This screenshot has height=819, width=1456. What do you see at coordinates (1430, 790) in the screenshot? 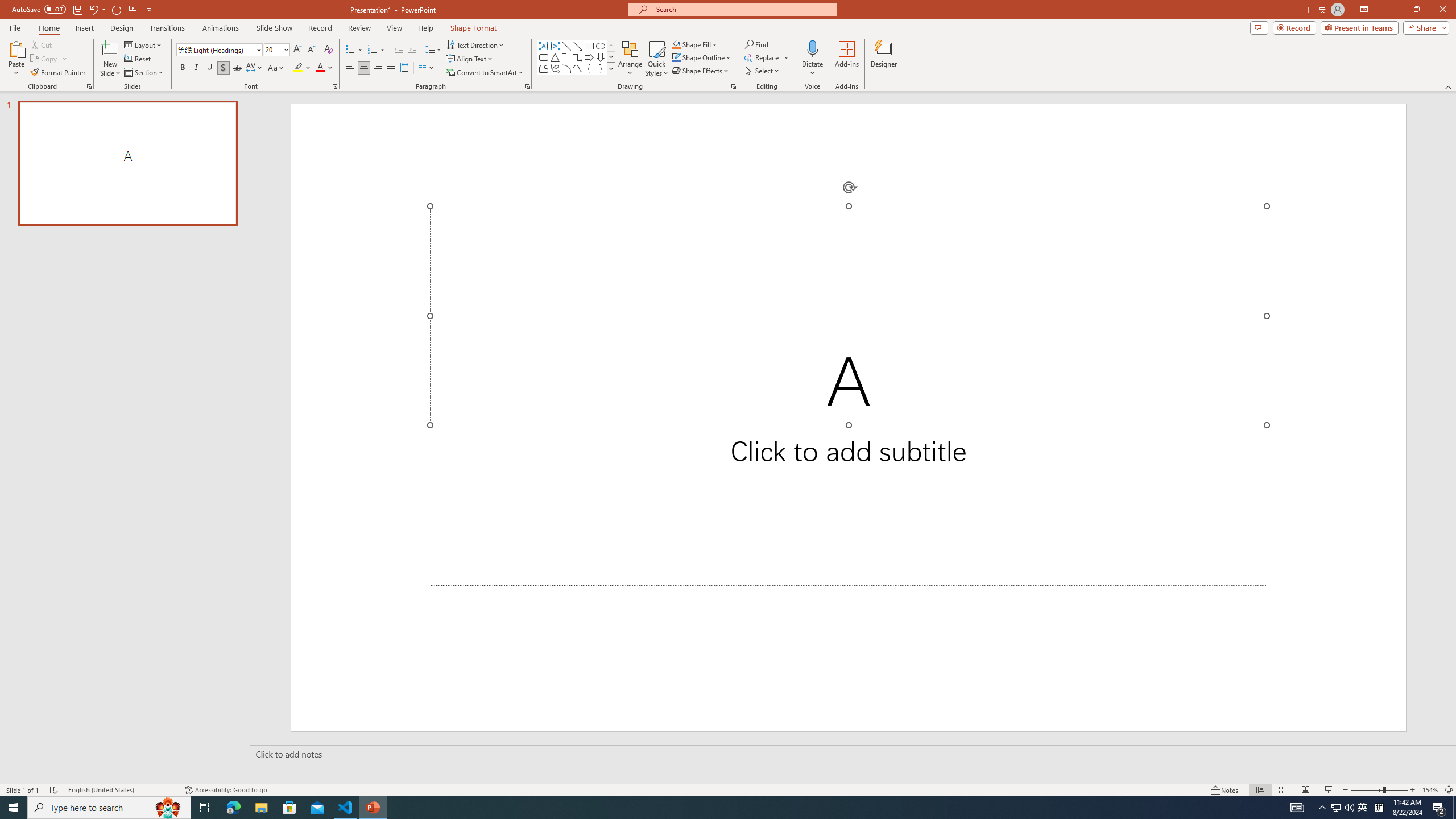
I see `'Zoom 154%'` at bounding box center [1430, 790].